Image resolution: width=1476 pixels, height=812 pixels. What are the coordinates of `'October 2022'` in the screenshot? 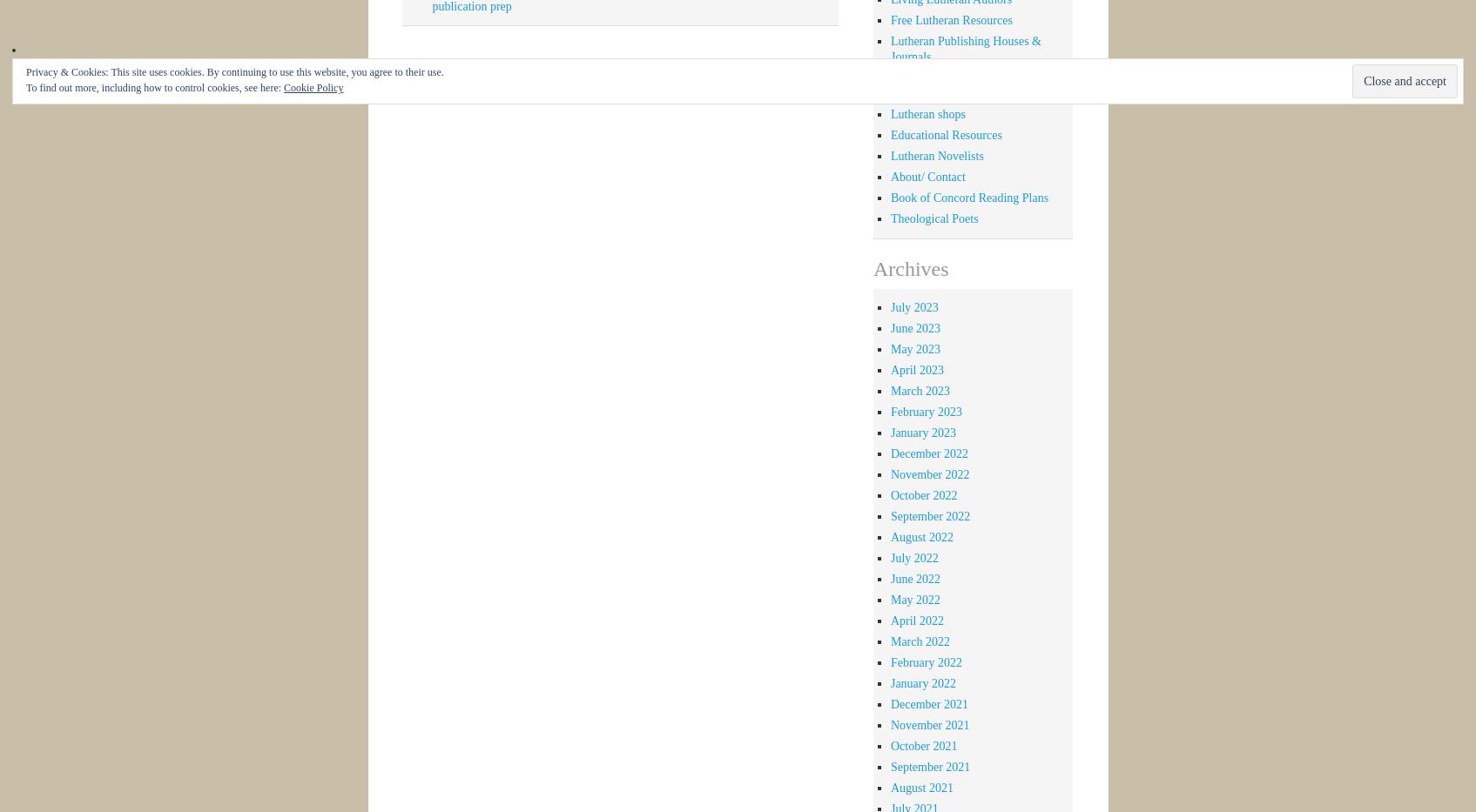 It's located at (923, 493).